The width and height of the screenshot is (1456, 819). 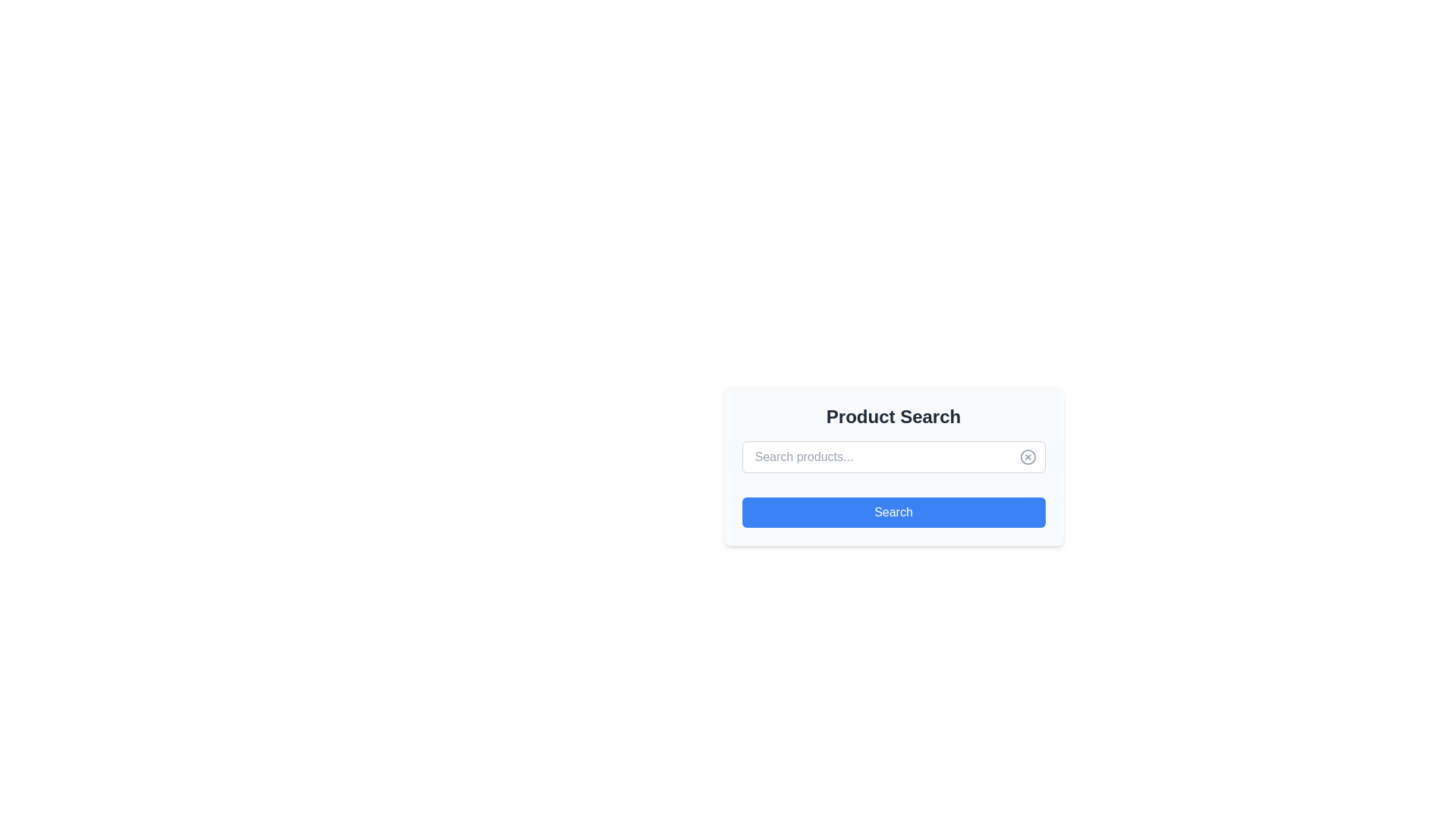 I want to click on the search button located below the input field and to the right of the search label, so click(x=893, y=512).